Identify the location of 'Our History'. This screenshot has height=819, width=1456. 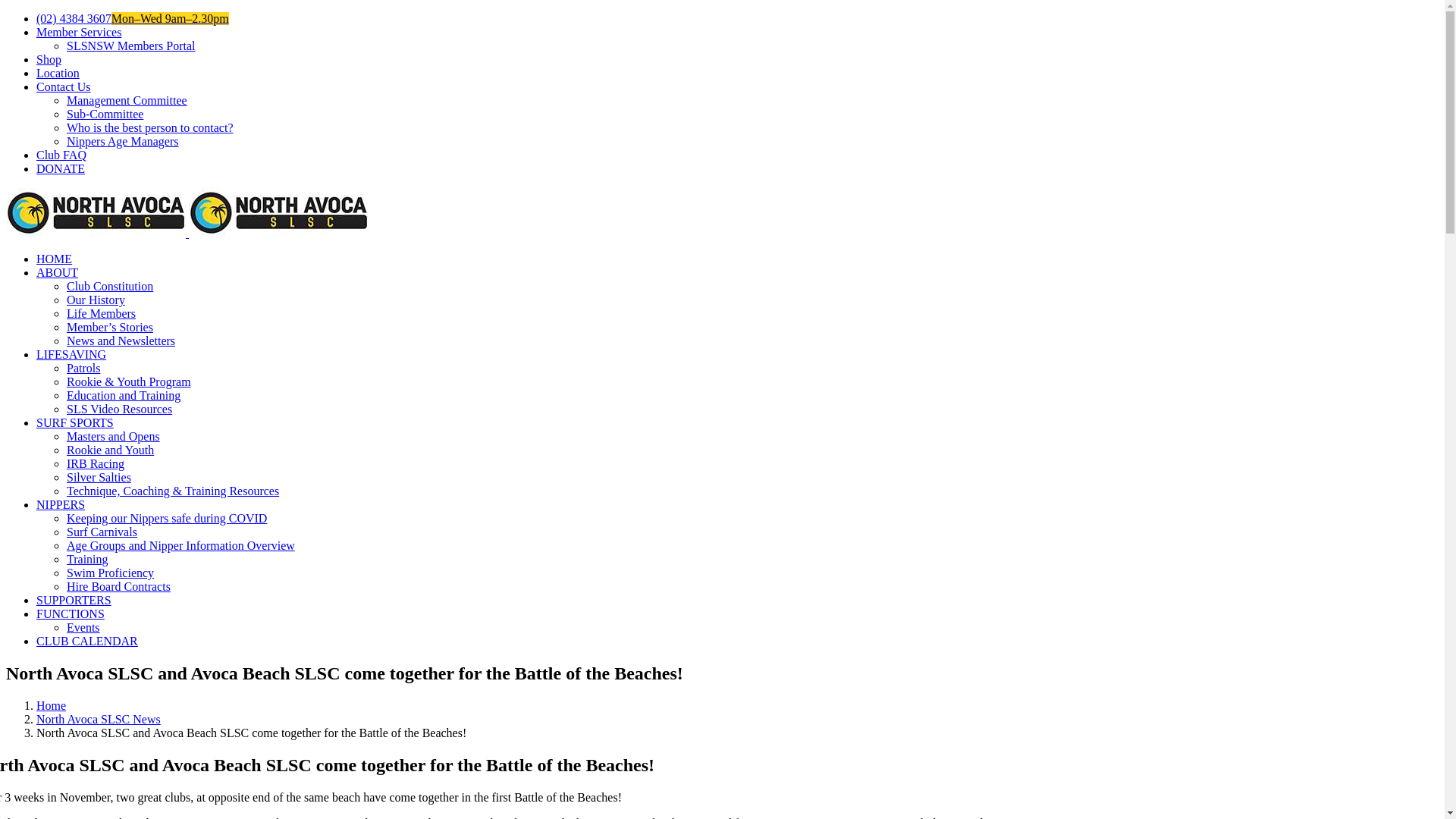
(95, 300).